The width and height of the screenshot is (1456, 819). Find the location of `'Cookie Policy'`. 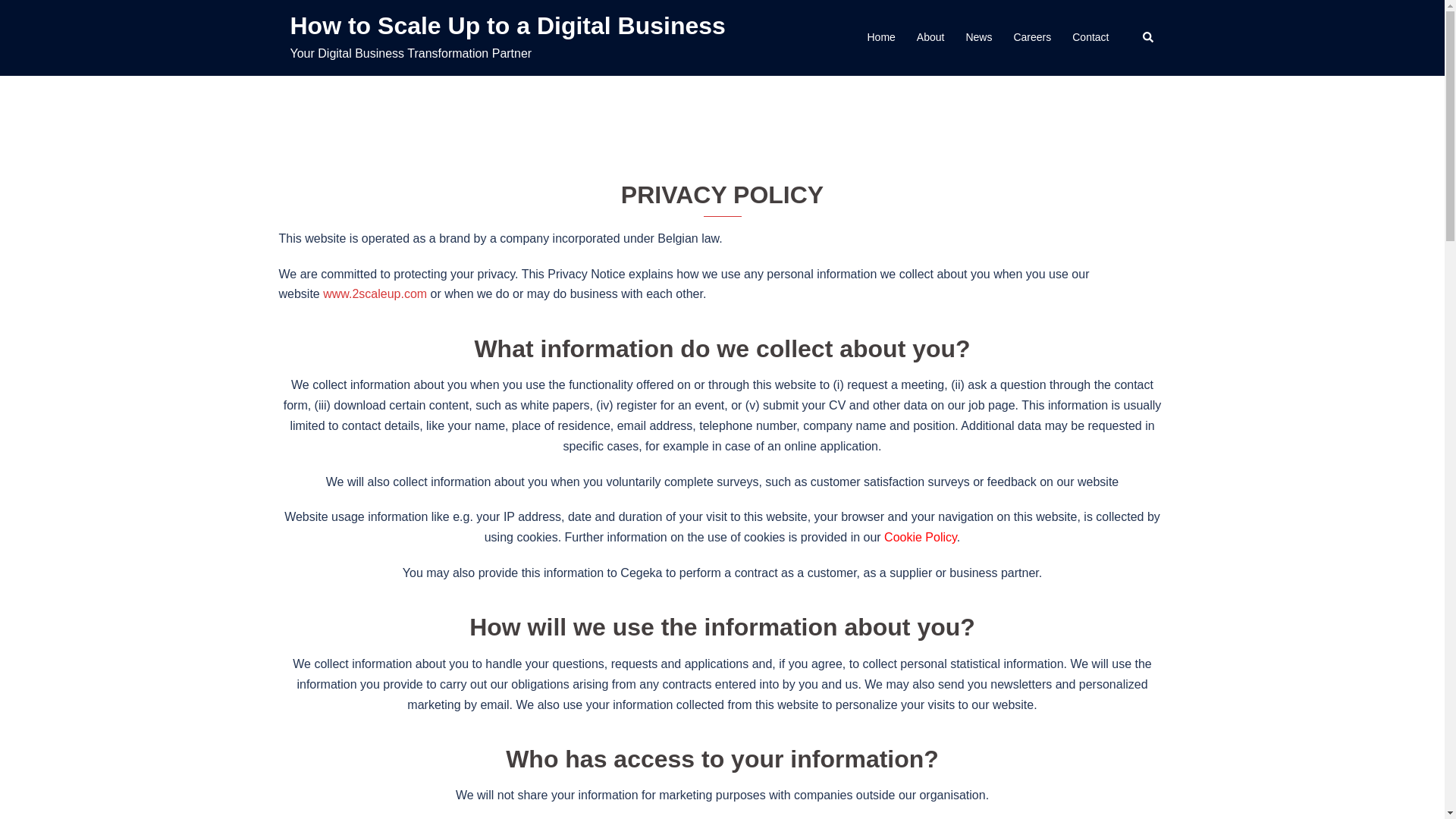

'Cookie Policy' is located at coordinates (884, 536).